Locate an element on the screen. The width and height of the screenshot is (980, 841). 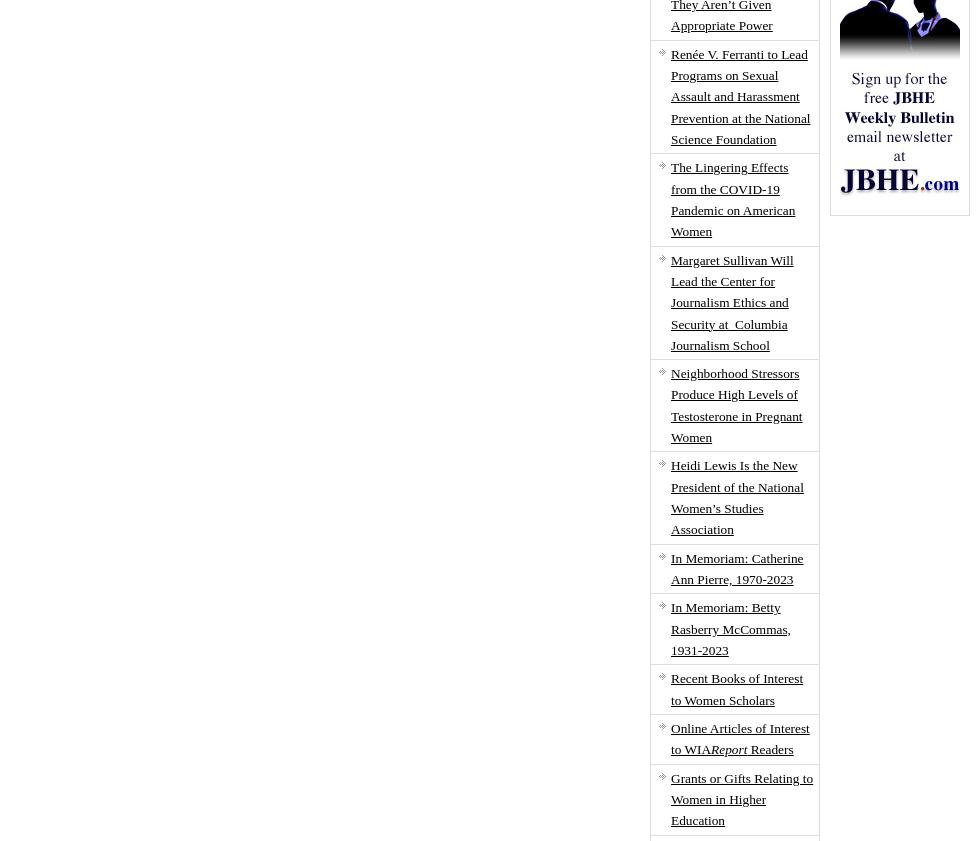
'Recent Books of Interest to Women Scholars' is located at coordinates (736, 689).